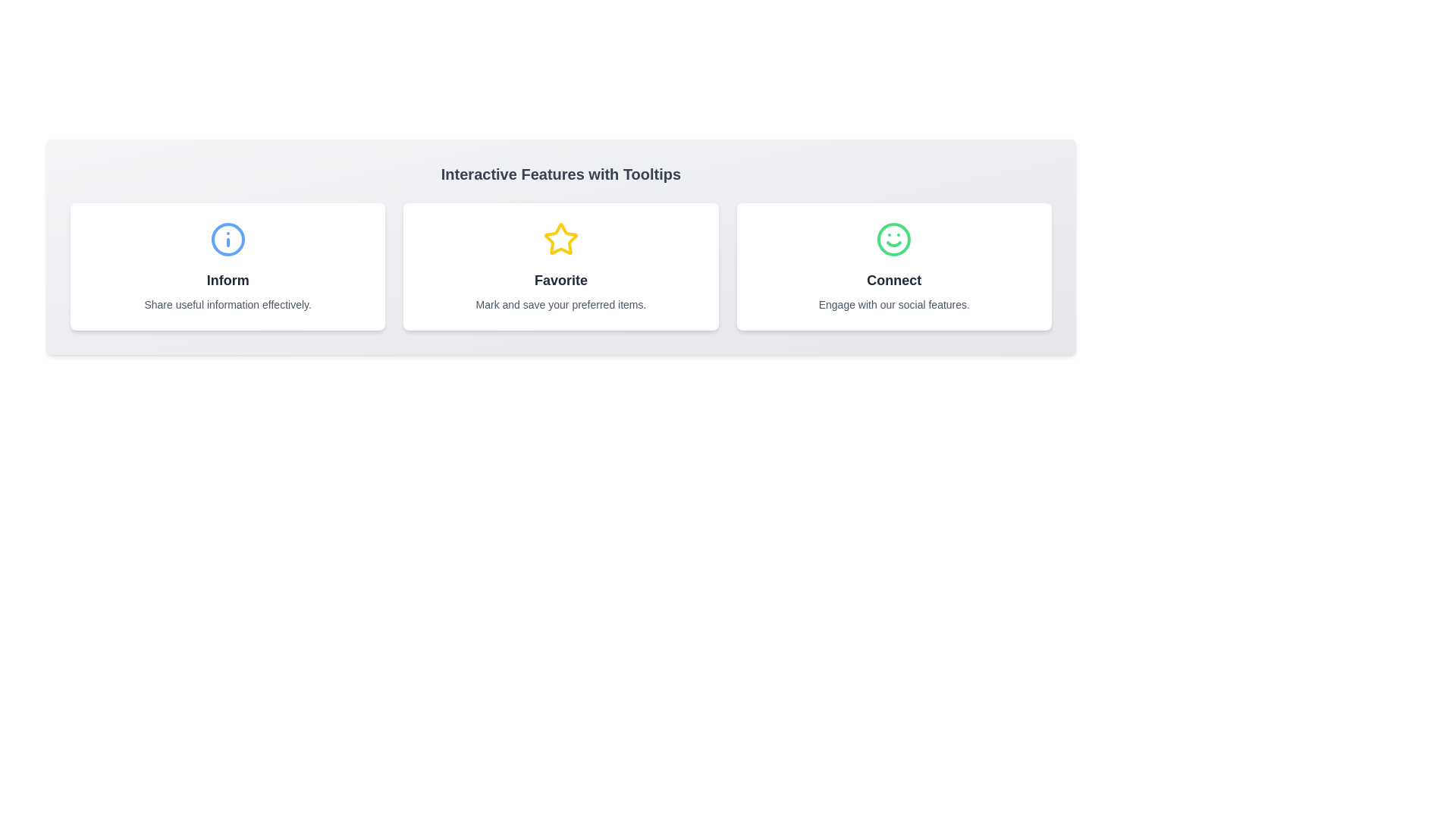 The width and height of the screenshot is (1456, 819). I want to click on the text element that reads 'Mark and save your preferred items.' located at the bottom of the 'Favorite' card, so click(560, 304).